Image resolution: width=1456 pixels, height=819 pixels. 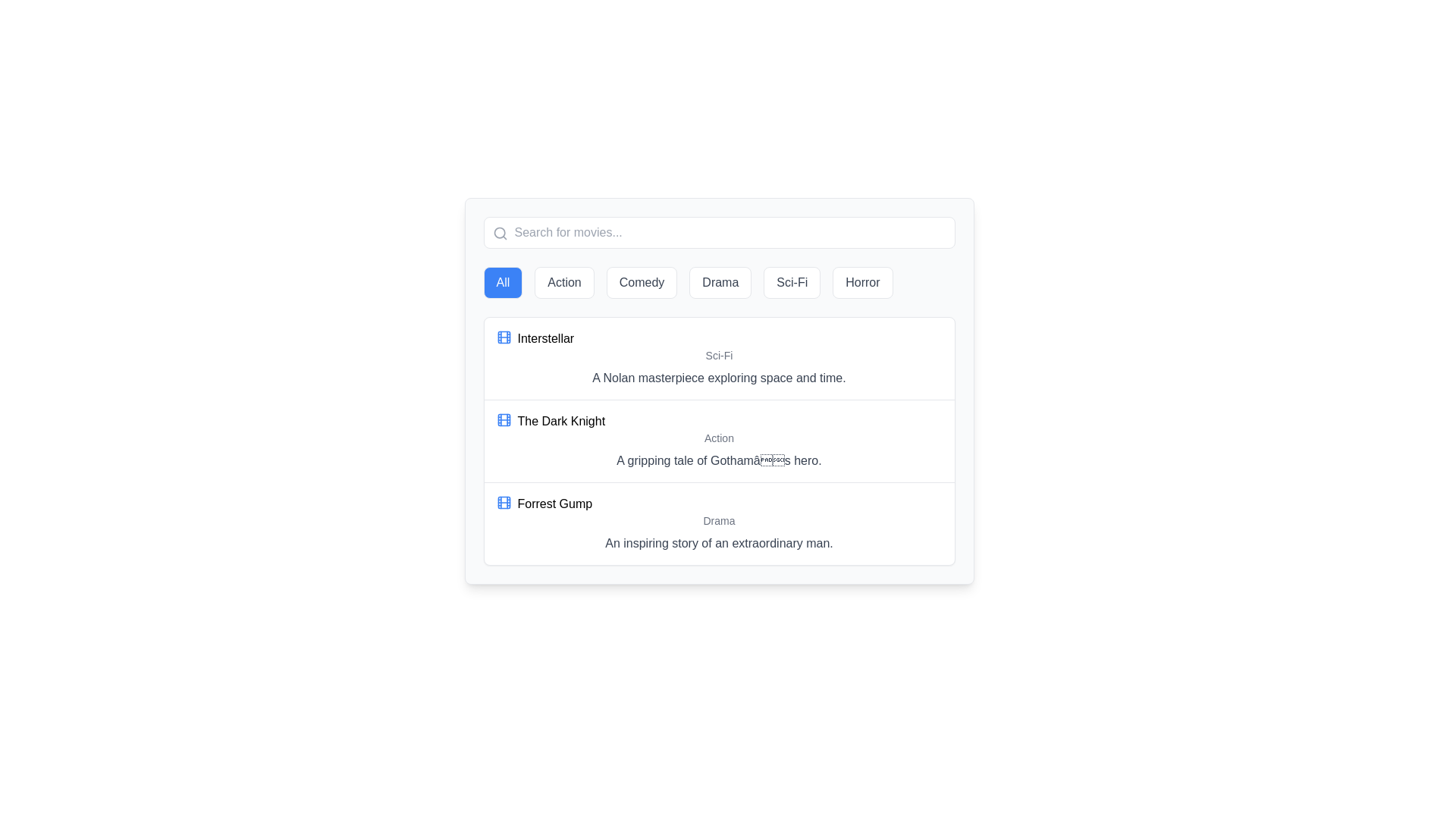 What do you see at coordinates (791, 283) in the screenshot?
I see `the fifth button in a row, which activates the 'Sci-Fi' filter, located between 'Drama' and 'Horror'` at bounding box center [791, 283].